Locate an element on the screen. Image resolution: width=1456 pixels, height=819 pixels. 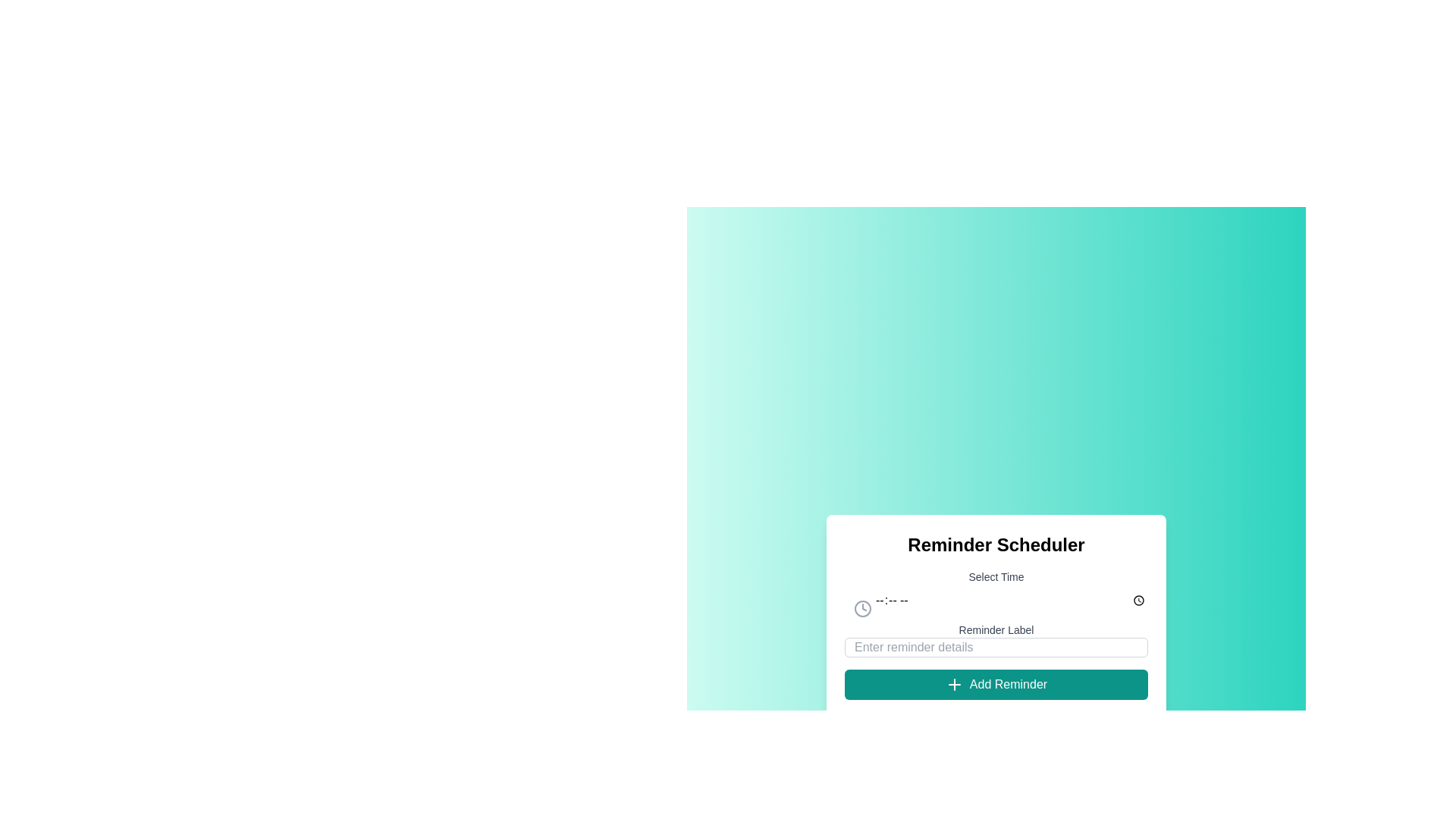
the SVG graphical element that serves as part of a visual clock icon, located above the time selection interface and to the left of the displayed digital time is located at coordinates (862, 607).